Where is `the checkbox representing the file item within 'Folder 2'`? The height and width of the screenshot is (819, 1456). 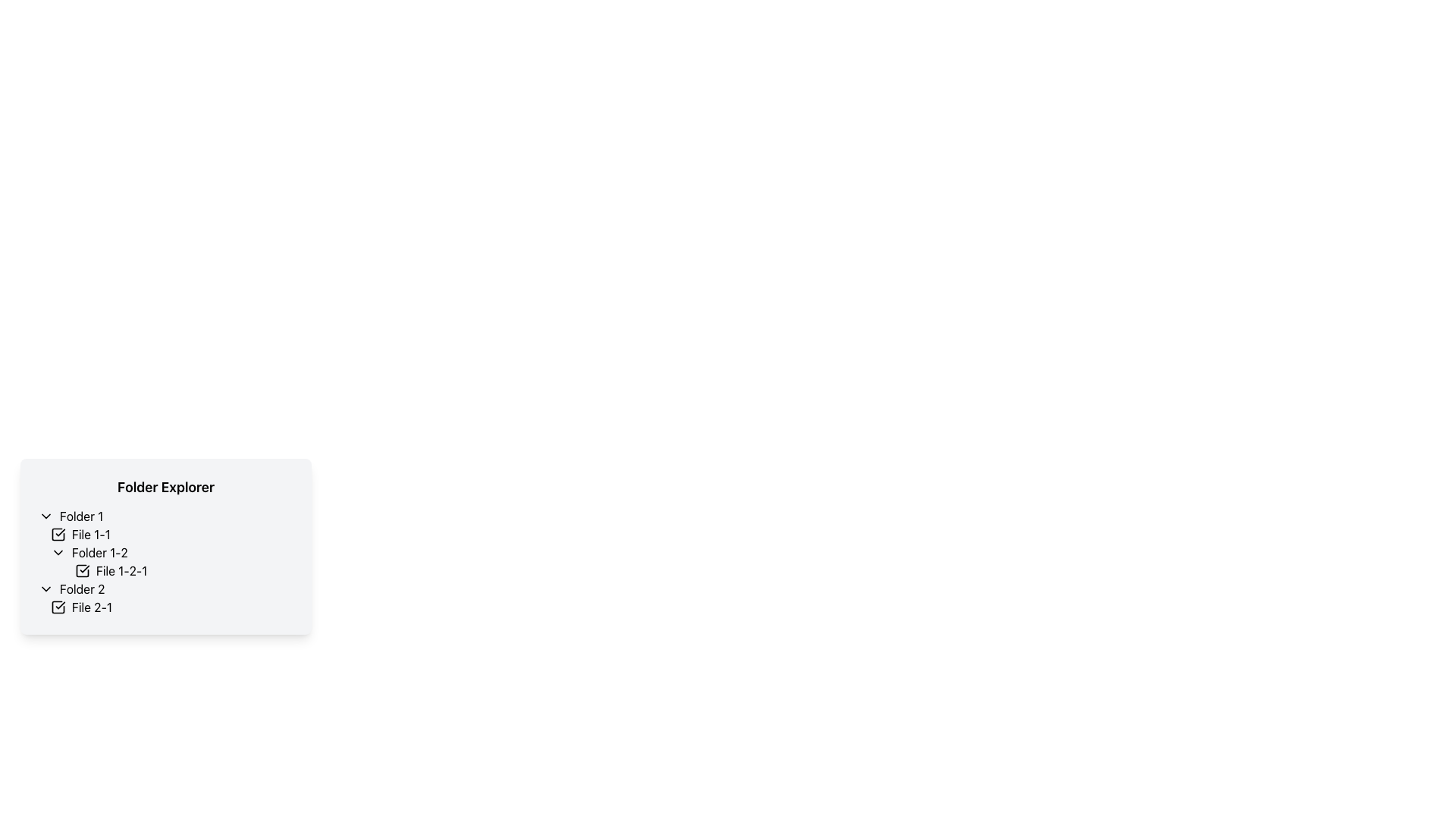 the checkbox representing the file item within 'Folder 2' is located at coordinates (171, 607).